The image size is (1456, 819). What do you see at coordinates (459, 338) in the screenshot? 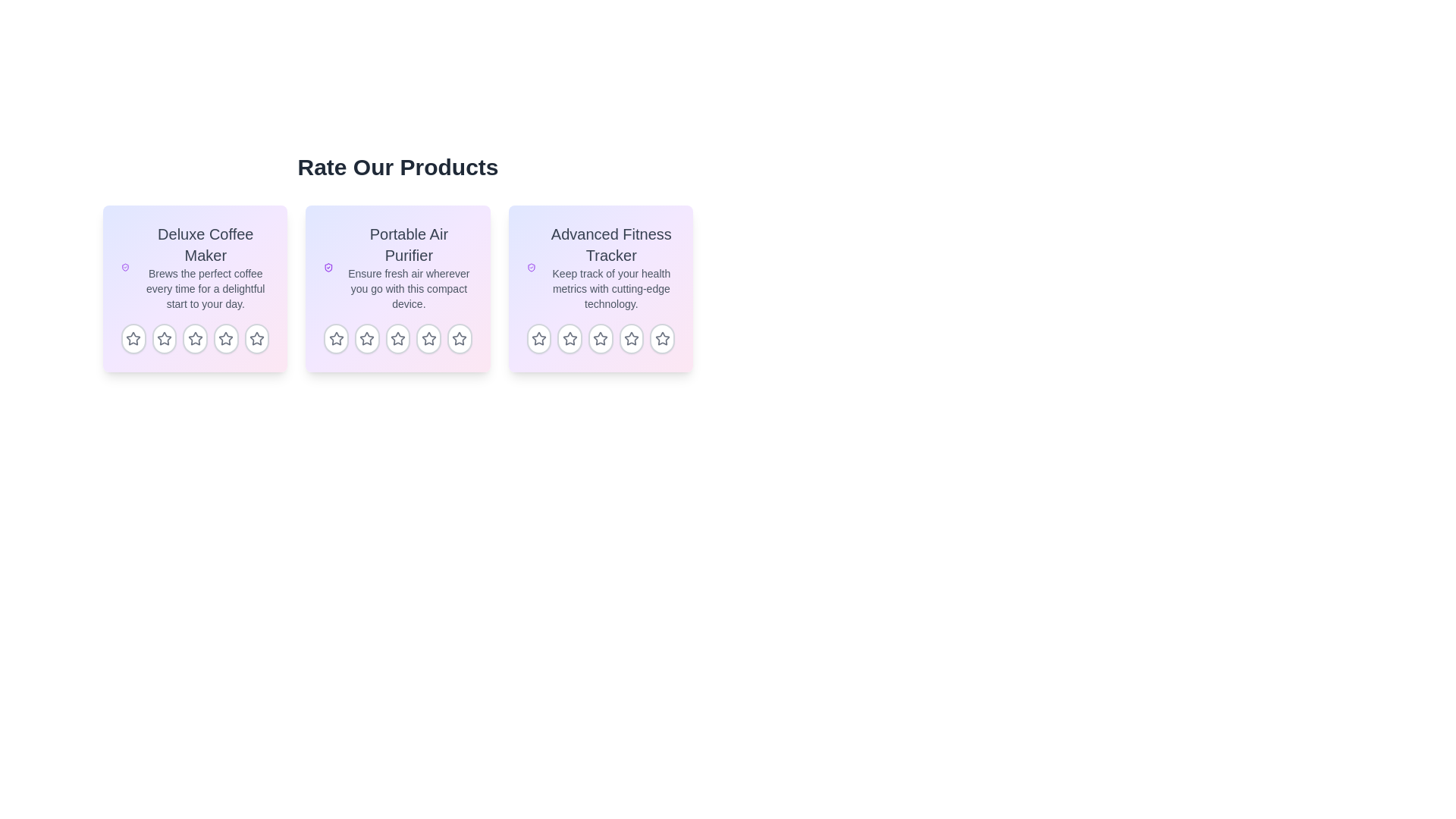
I see `the fifth star button` at bounding box center [459, 338].